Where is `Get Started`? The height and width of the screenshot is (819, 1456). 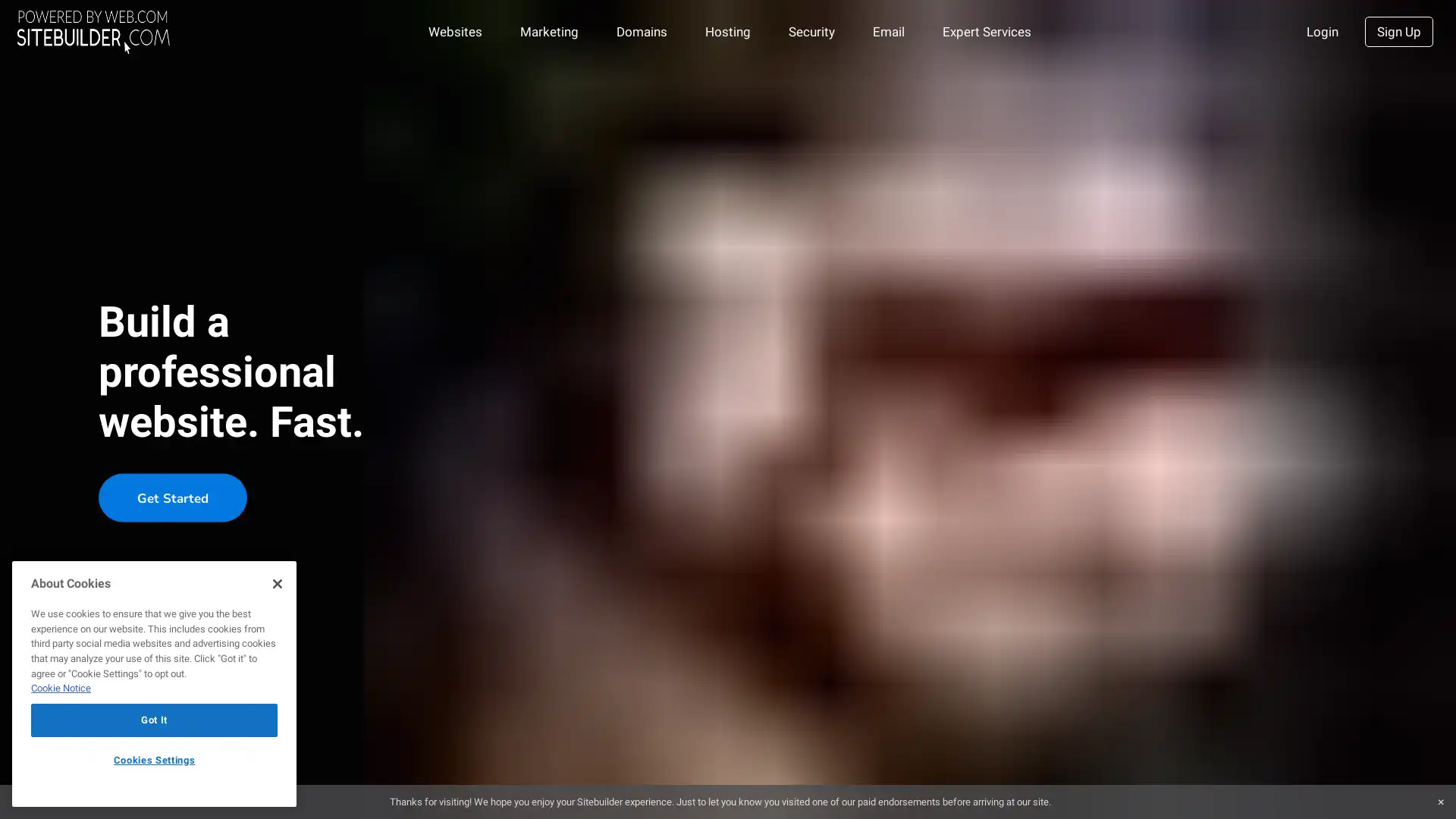 Get Started is located at coordinates (172, 497).